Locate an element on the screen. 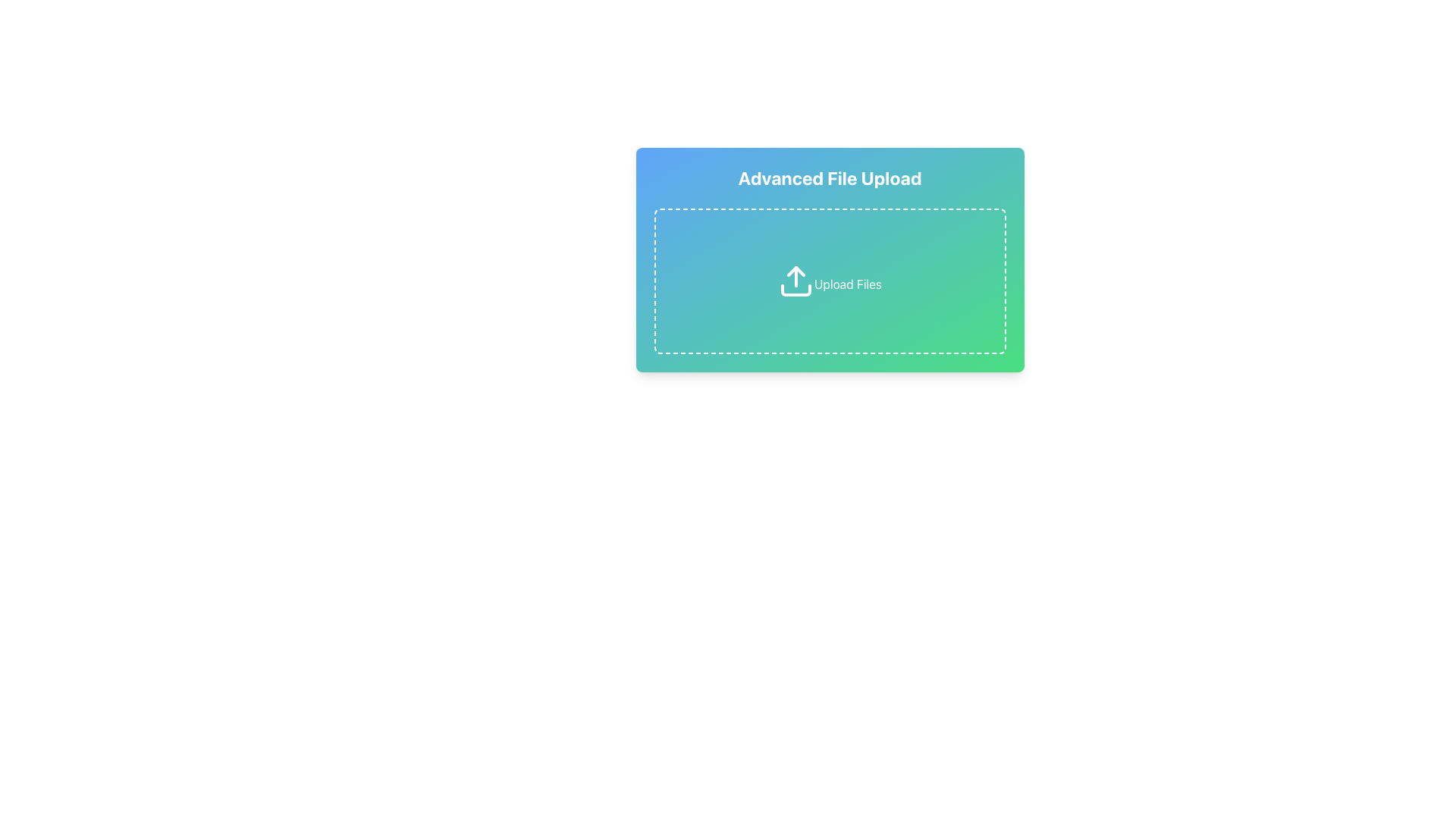  and drop files into the File upload area, which is a rectangular area with rounded corners, a dashed border, and an upward arrow icon, located under the title 'Advanced File Upload' is located at coordinates (829, 281).